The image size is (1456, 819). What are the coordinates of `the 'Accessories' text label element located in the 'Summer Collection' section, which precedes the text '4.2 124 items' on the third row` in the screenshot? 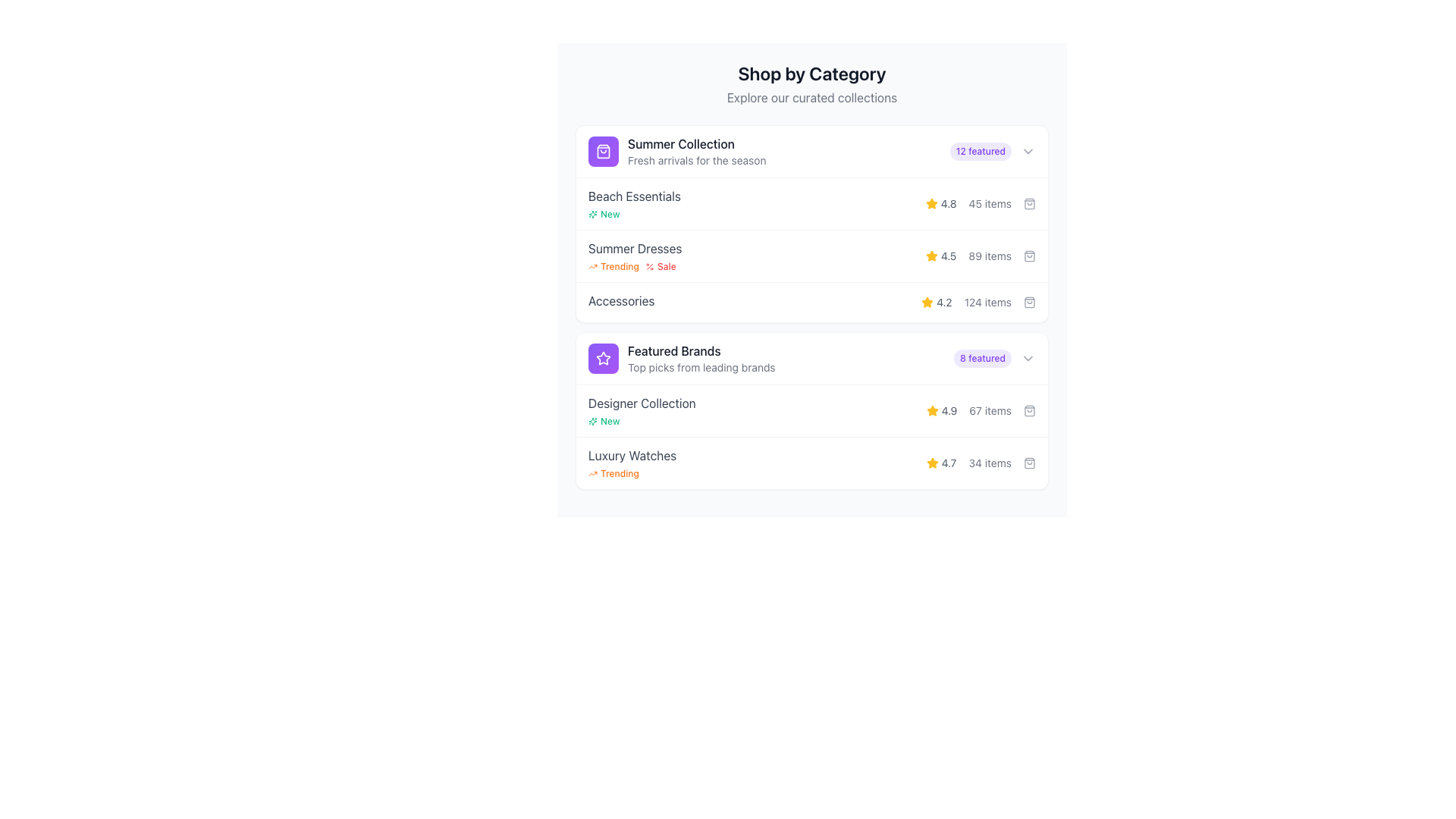 It's located at (621, 302).